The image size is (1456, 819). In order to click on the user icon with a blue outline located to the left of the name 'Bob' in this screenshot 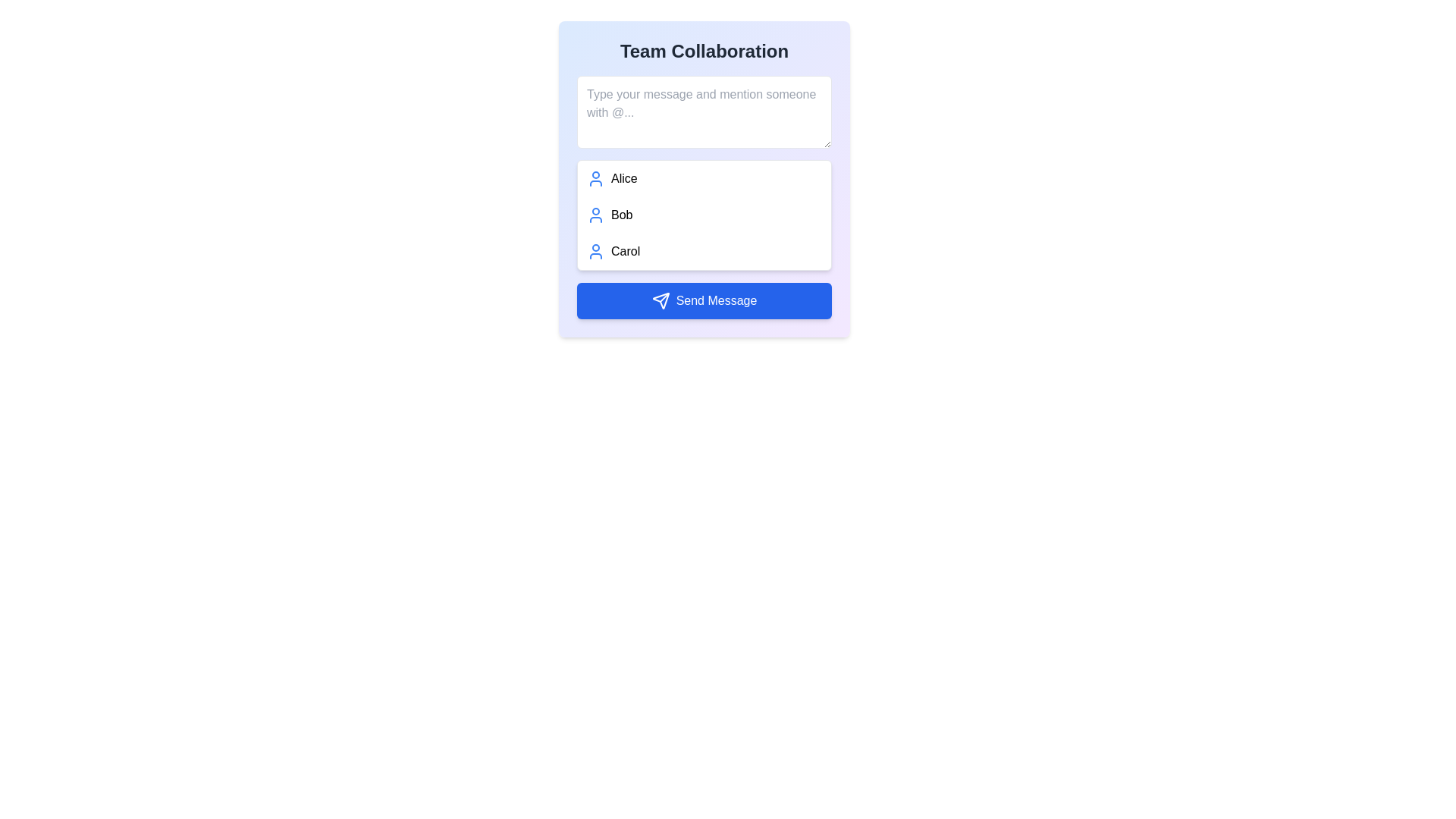, I will do `click(595, 215)`.